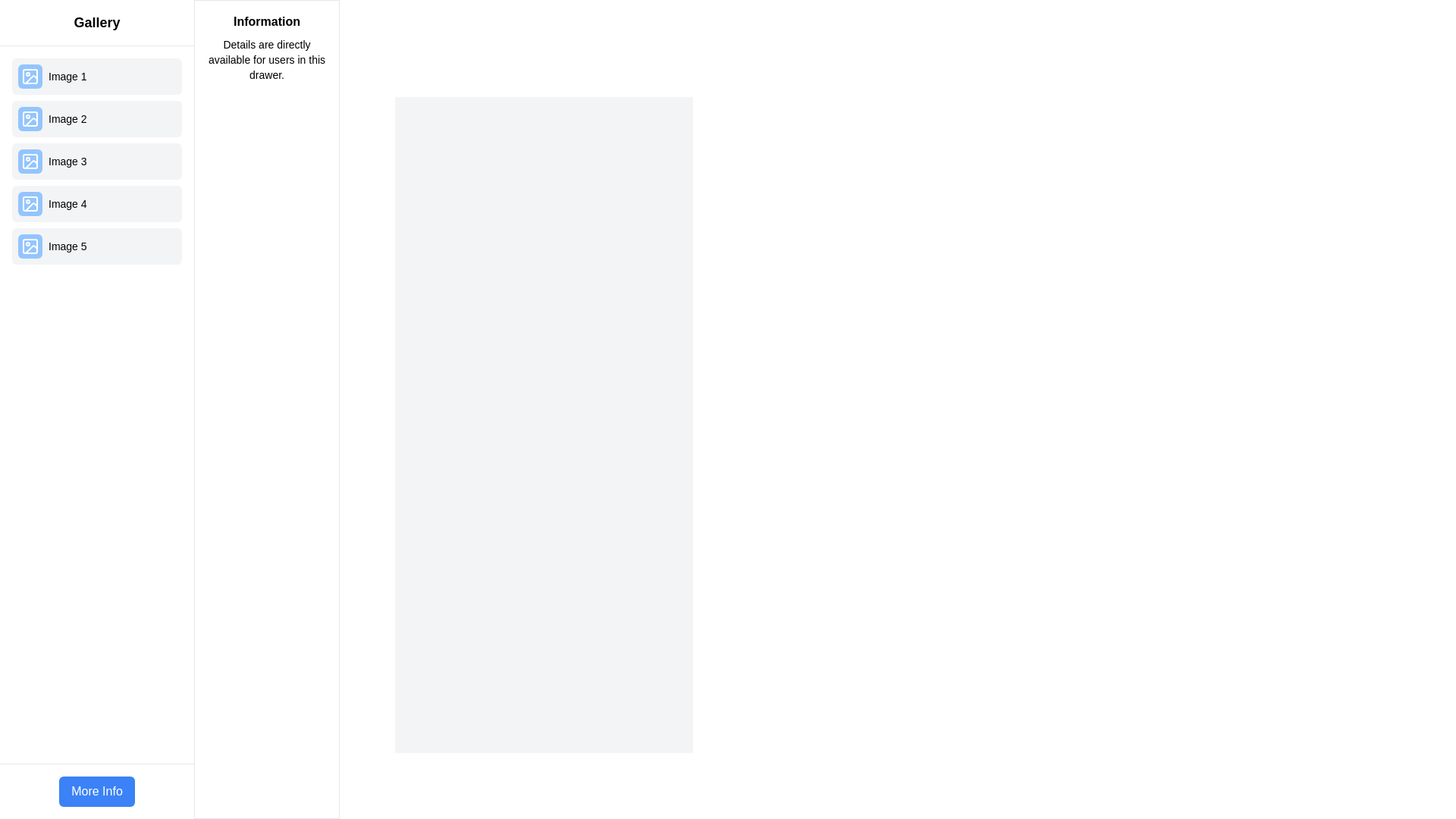 Image resolution: width=1456 pixels, height=819 pixels. What do you see at coordinates (67, 76) in the screenshot?
I see `text from the descriptive Text Label that identifies the first item in the list within the 'Gallery' section, positioned in the top-left quadrant of the interface` at bounding box center [67, 76].